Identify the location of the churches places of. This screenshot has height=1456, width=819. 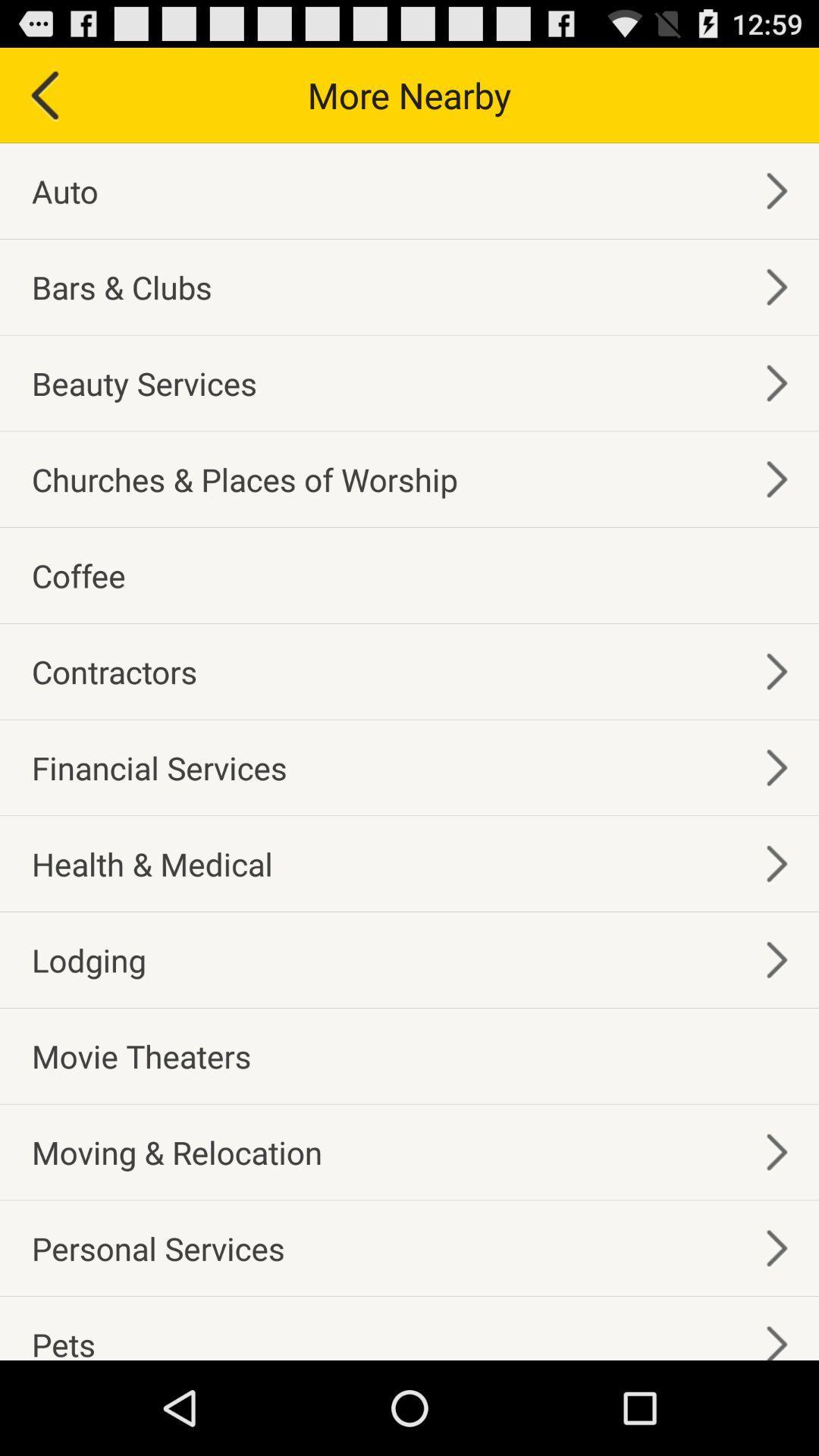
(243, 479).